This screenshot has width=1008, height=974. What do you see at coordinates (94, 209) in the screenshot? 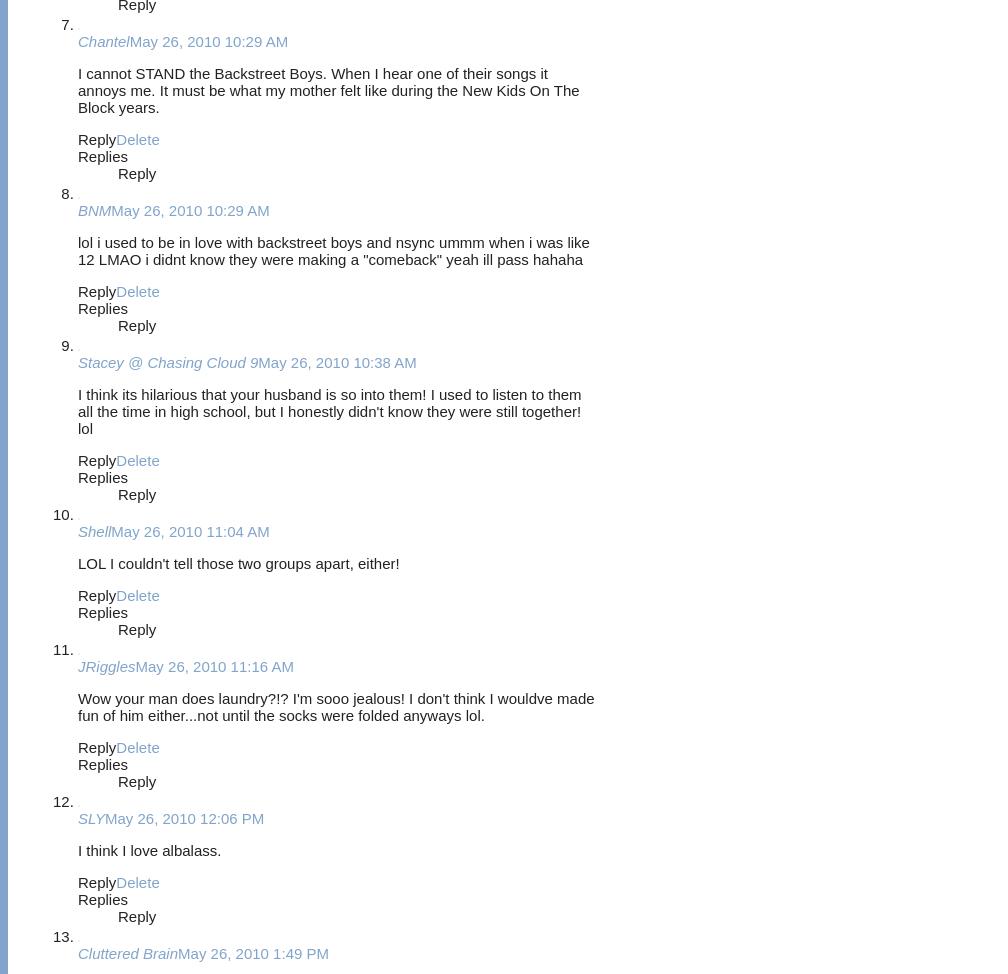
I see `'BNM'` at bounding box center [94, 209].